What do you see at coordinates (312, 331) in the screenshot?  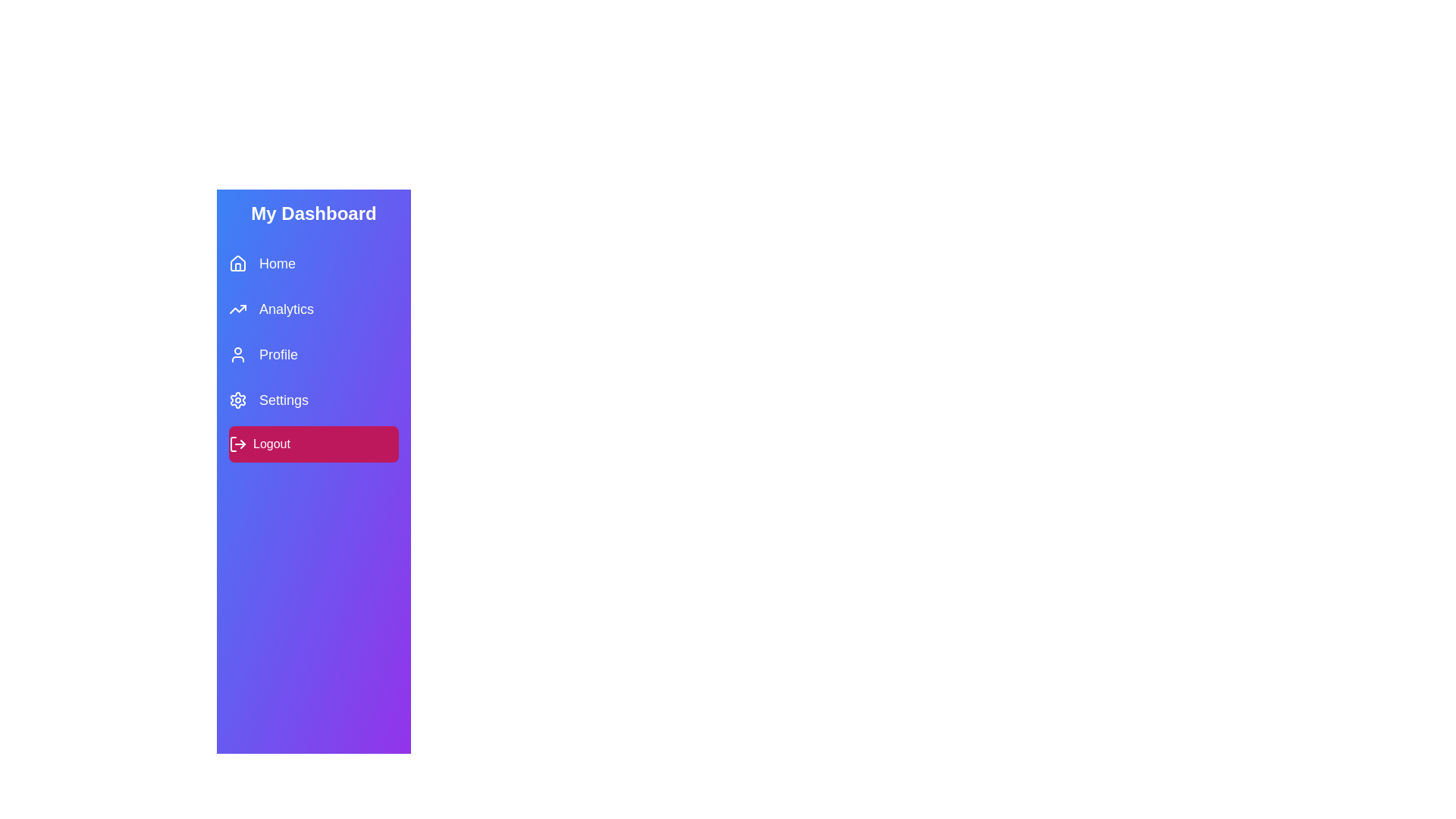 I see `the 'Analytics' menu item in the sidebar under 'My Dashboard'` at bounding box center [312, 331].